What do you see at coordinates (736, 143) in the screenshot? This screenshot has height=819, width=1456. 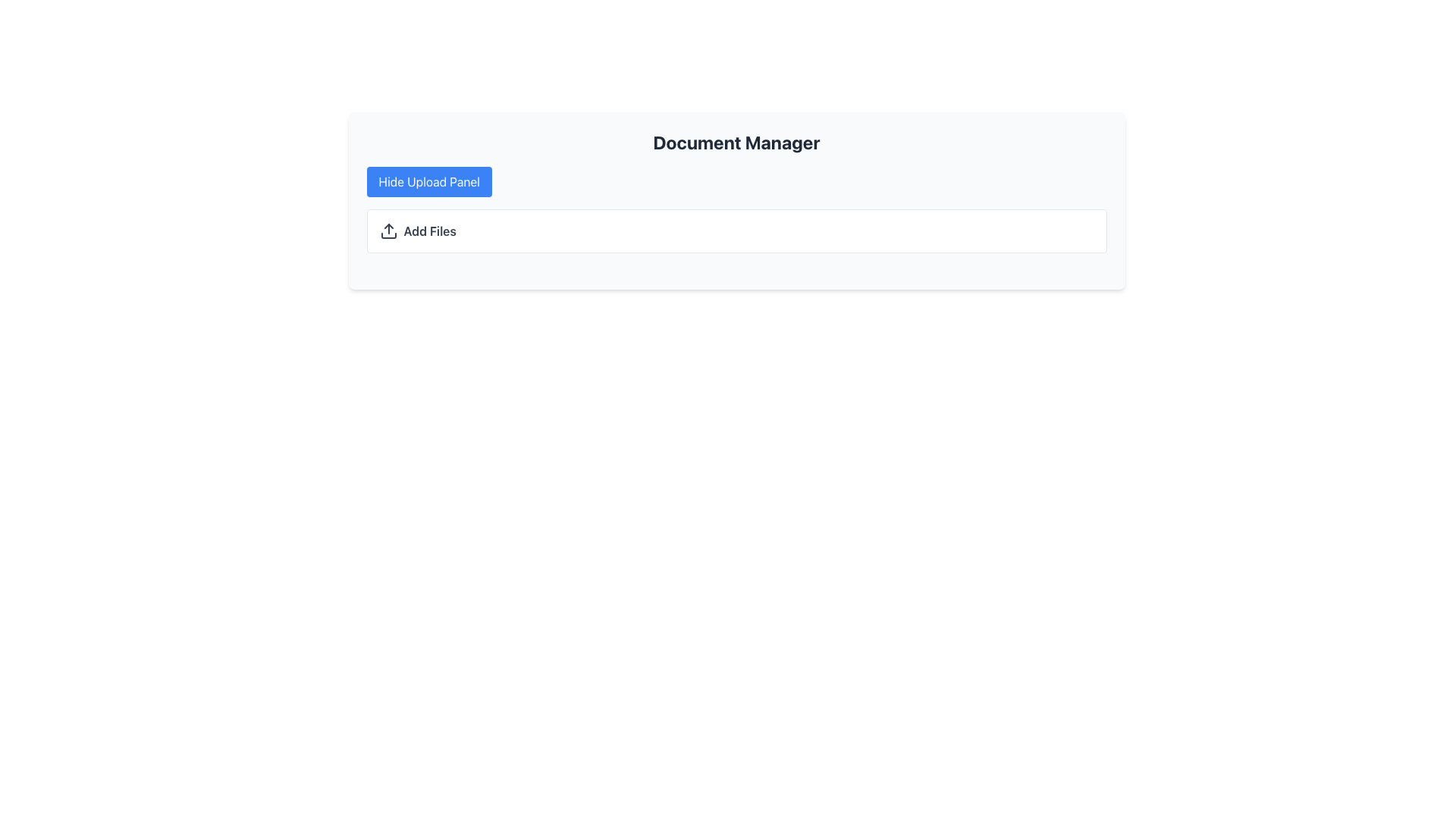 I see `the Text label that serves as a heading for the card-like structure, positioned at the top center above other elements` at bounding box center [736, 143].